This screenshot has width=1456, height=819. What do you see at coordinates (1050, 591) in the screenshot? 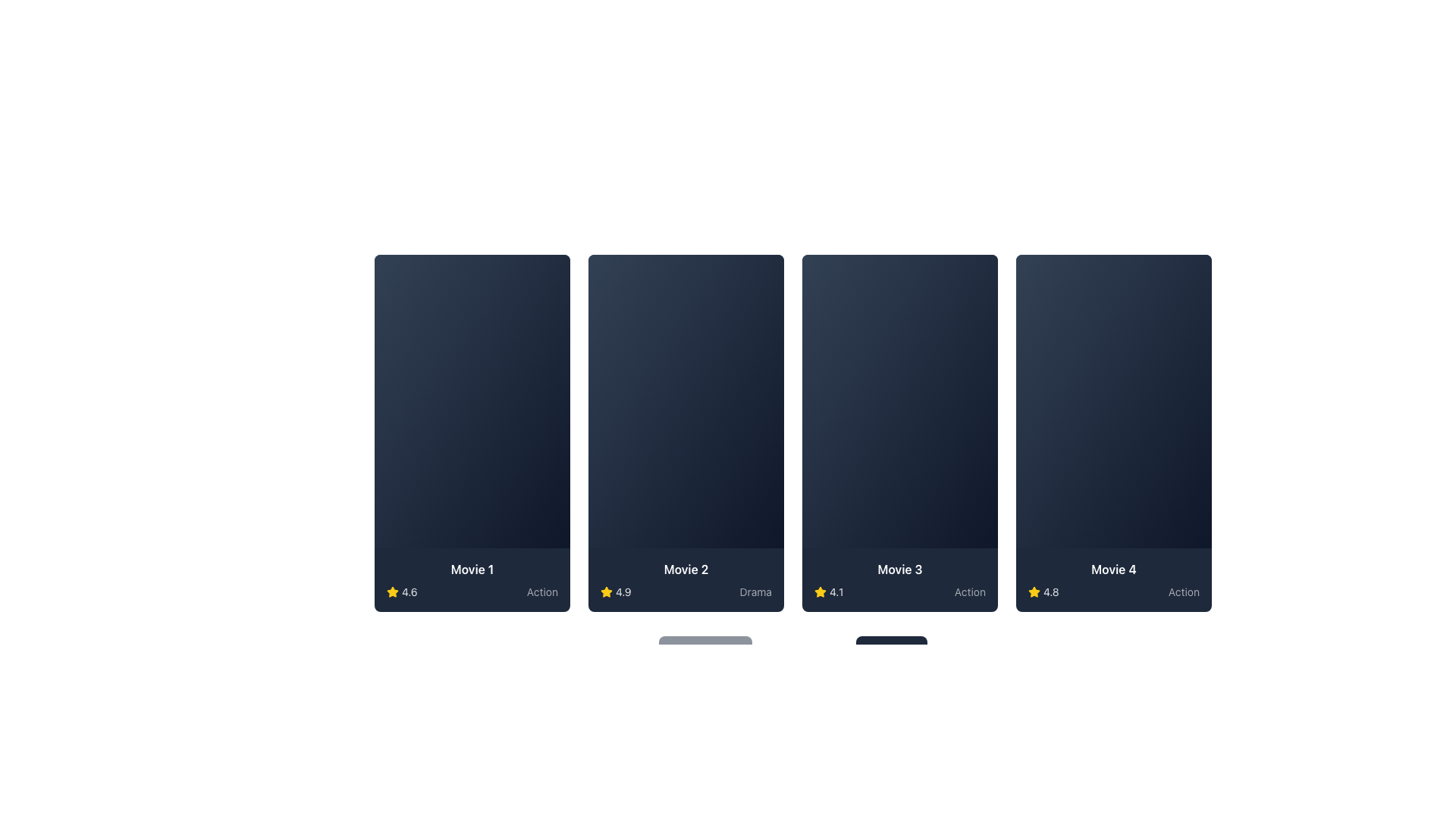
I see `text label indicating the numerical rating for the associated movie, located in the Movie 4 section to the right of the yellow star icon` at bounding box center [1050, 591].